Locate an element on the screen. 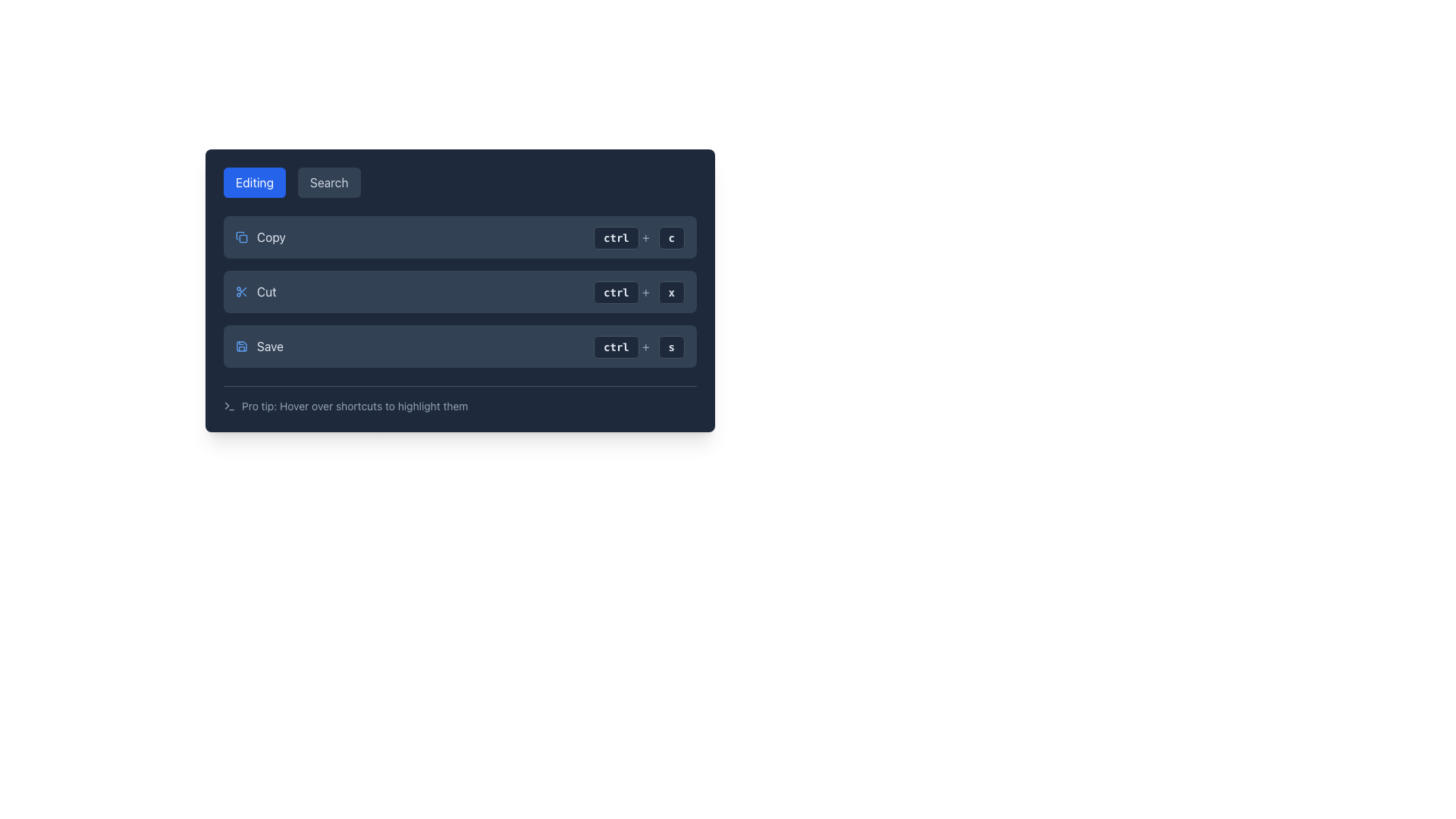 This screenshot has width=1456, height=819. the small blue square icon that resembles a copy symbol, located to the left of the 'Copy' label is located at coordinates (240, 237).